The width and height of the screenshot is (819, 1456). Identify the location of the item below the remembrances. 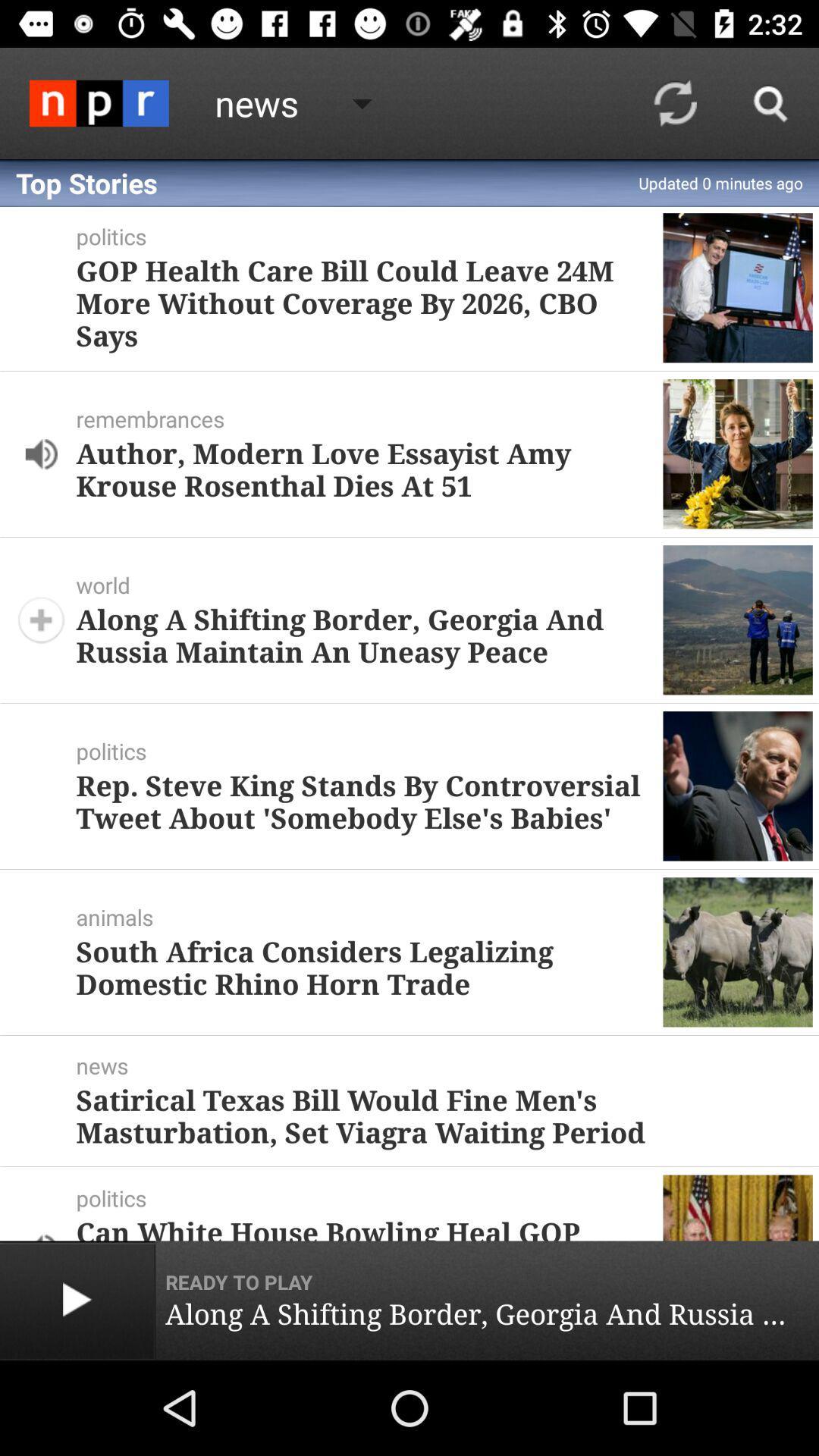
(363, 468).